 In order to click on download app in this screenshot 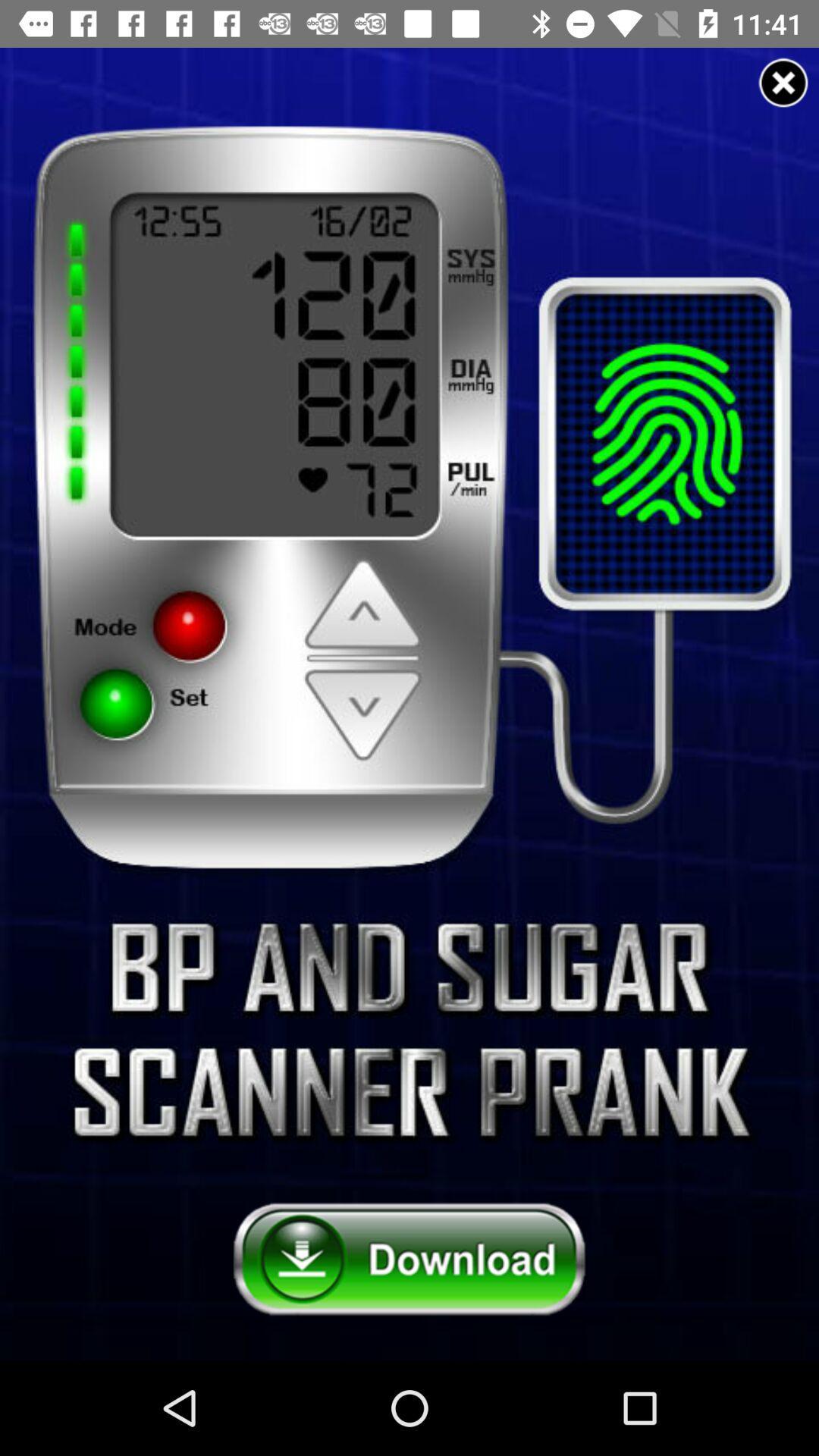, I will do `click(409, 1260)`.